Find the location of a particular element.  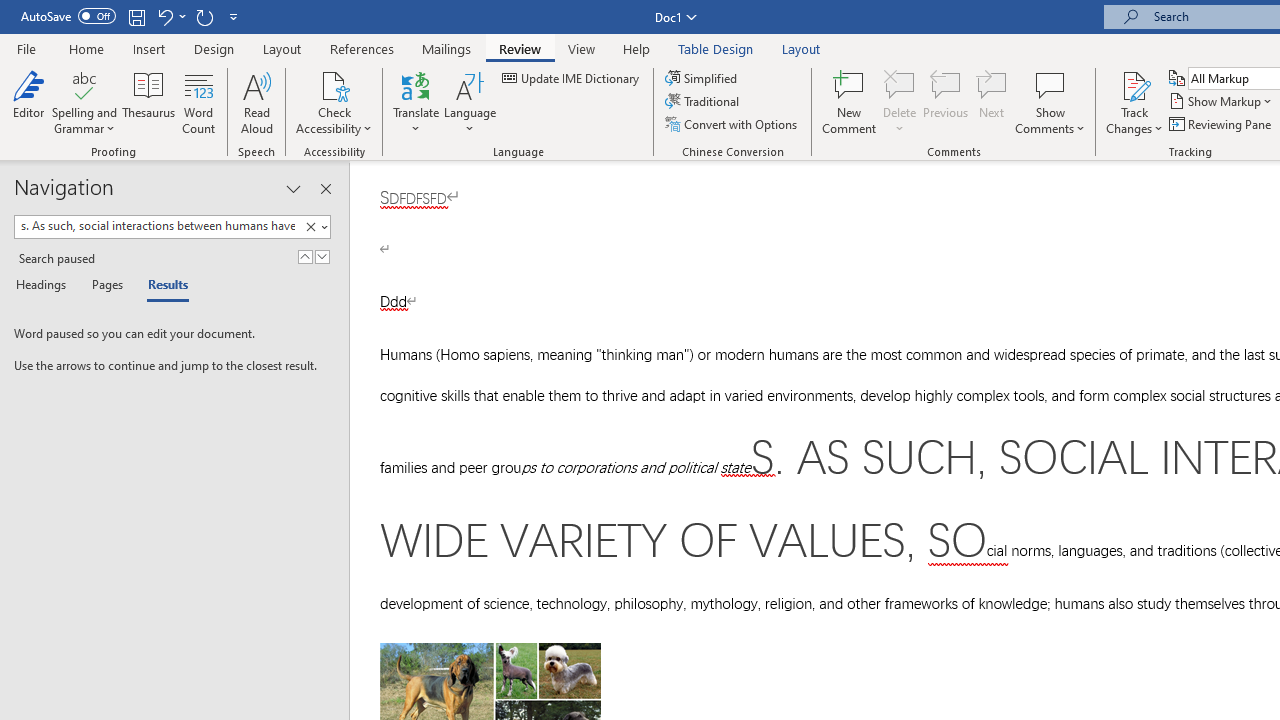

'Track Changes' is located at coordinates (1134, 103).